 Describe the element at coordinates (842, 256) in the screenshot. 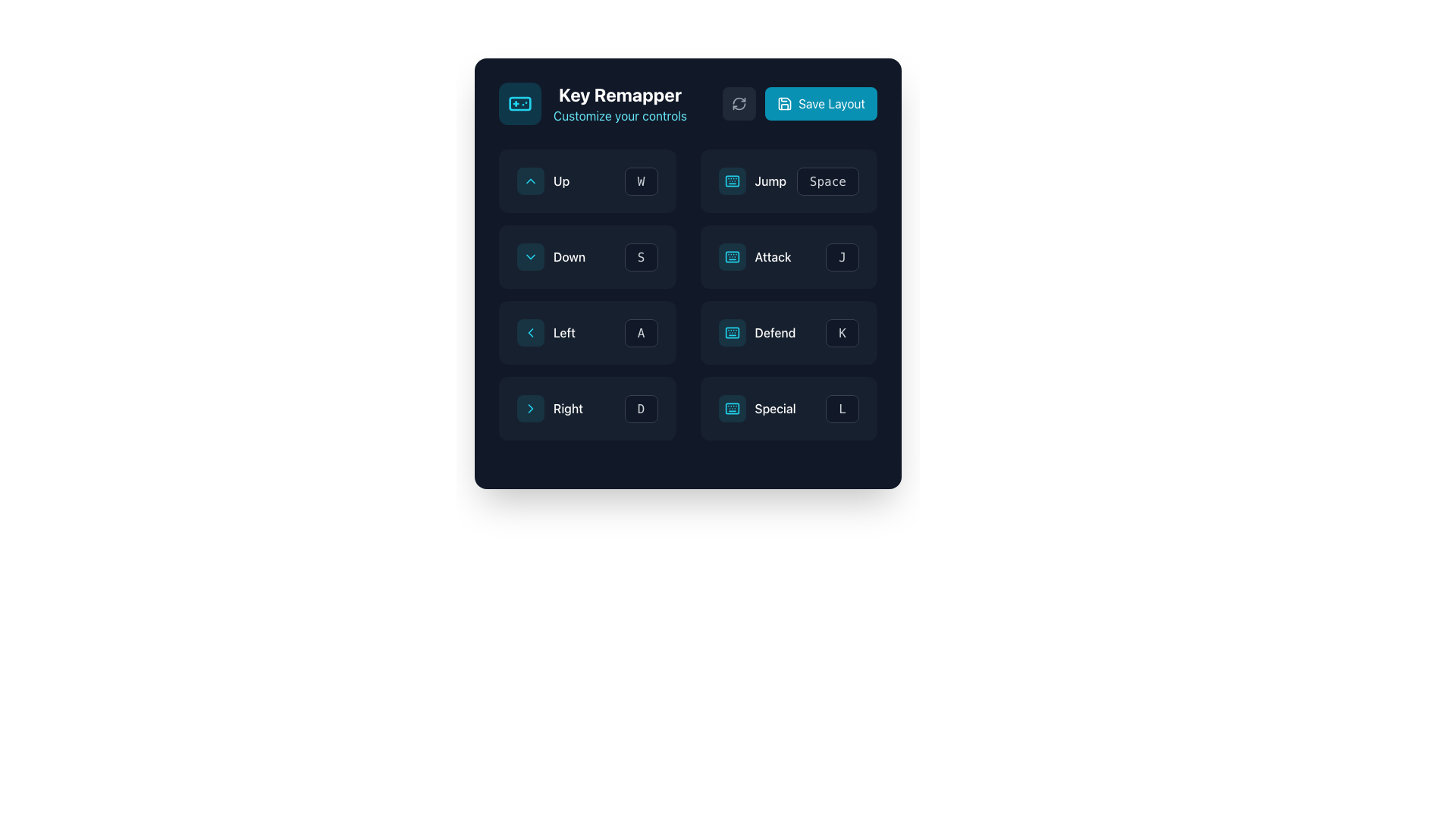

I see `the button in the bottom-right corner of the layout grid, positioned to the right of the 'Attack' label` at that location.